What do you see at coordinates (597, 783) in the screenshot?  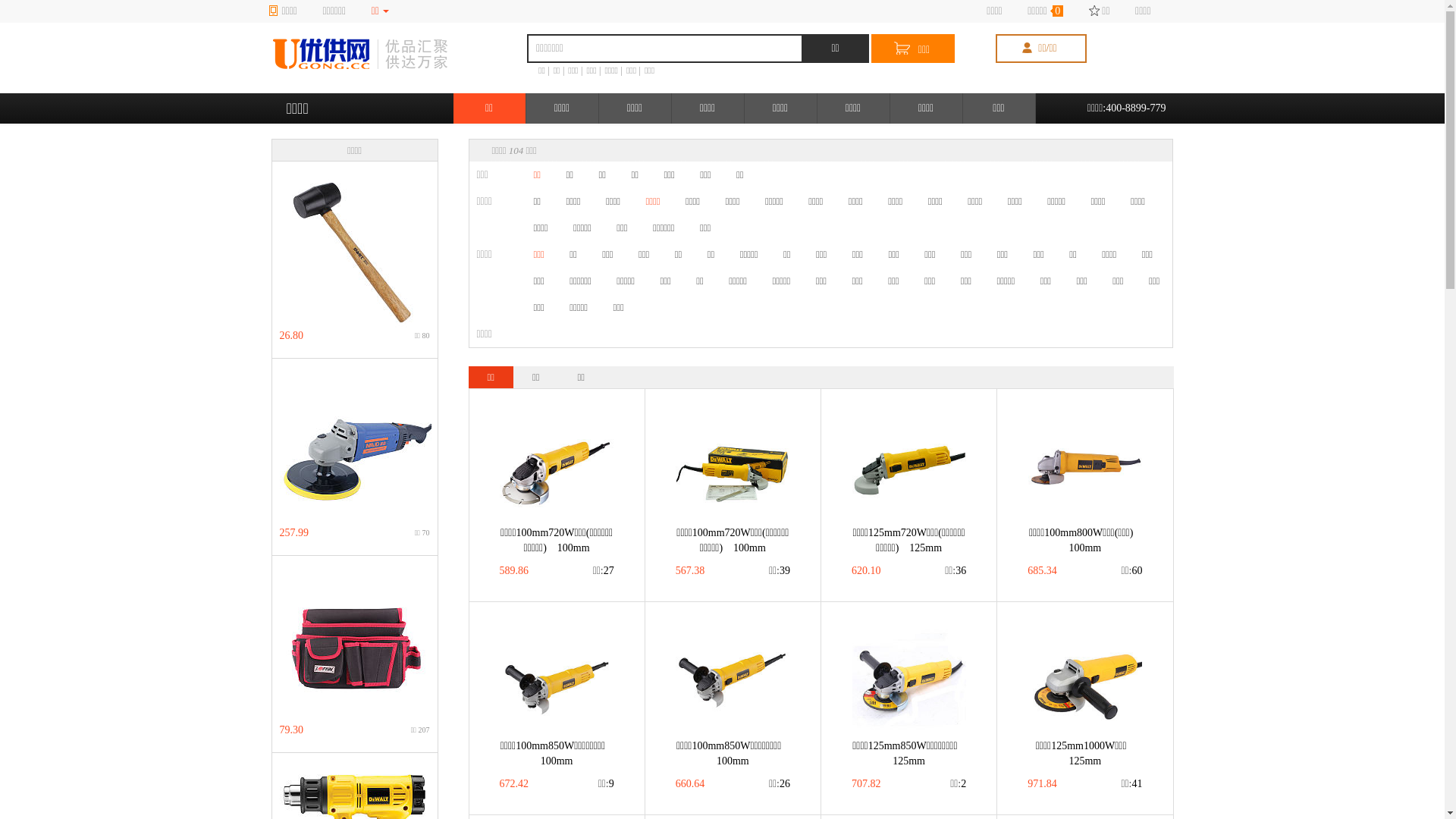 I see `'9'` at bounding box center [597, 783].